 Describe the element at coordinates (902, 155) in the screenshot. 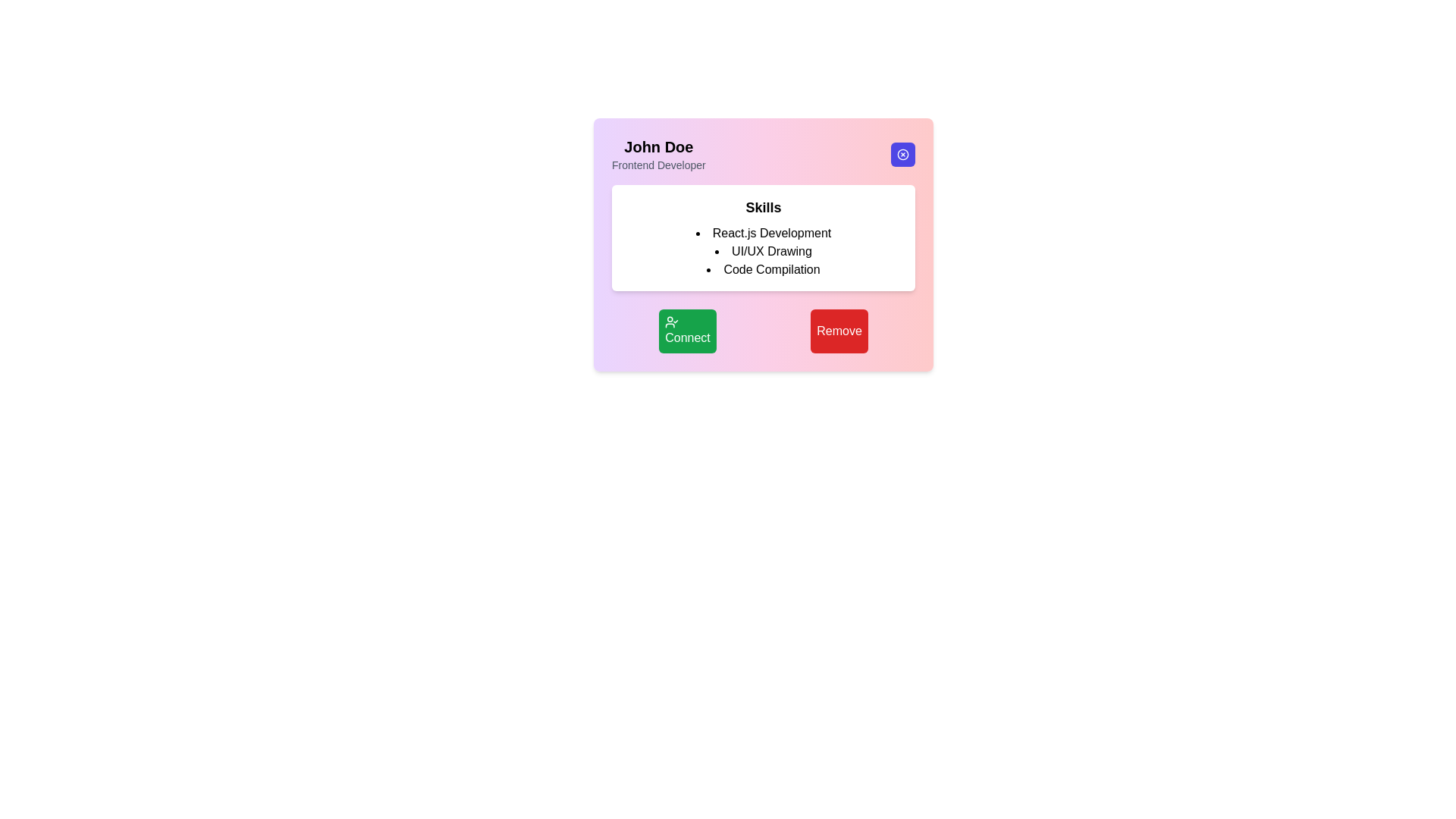

I see `the close button located in the upper-right corner of the user information card containing 'John Doe' and 'Frontend Developer'` at that location.